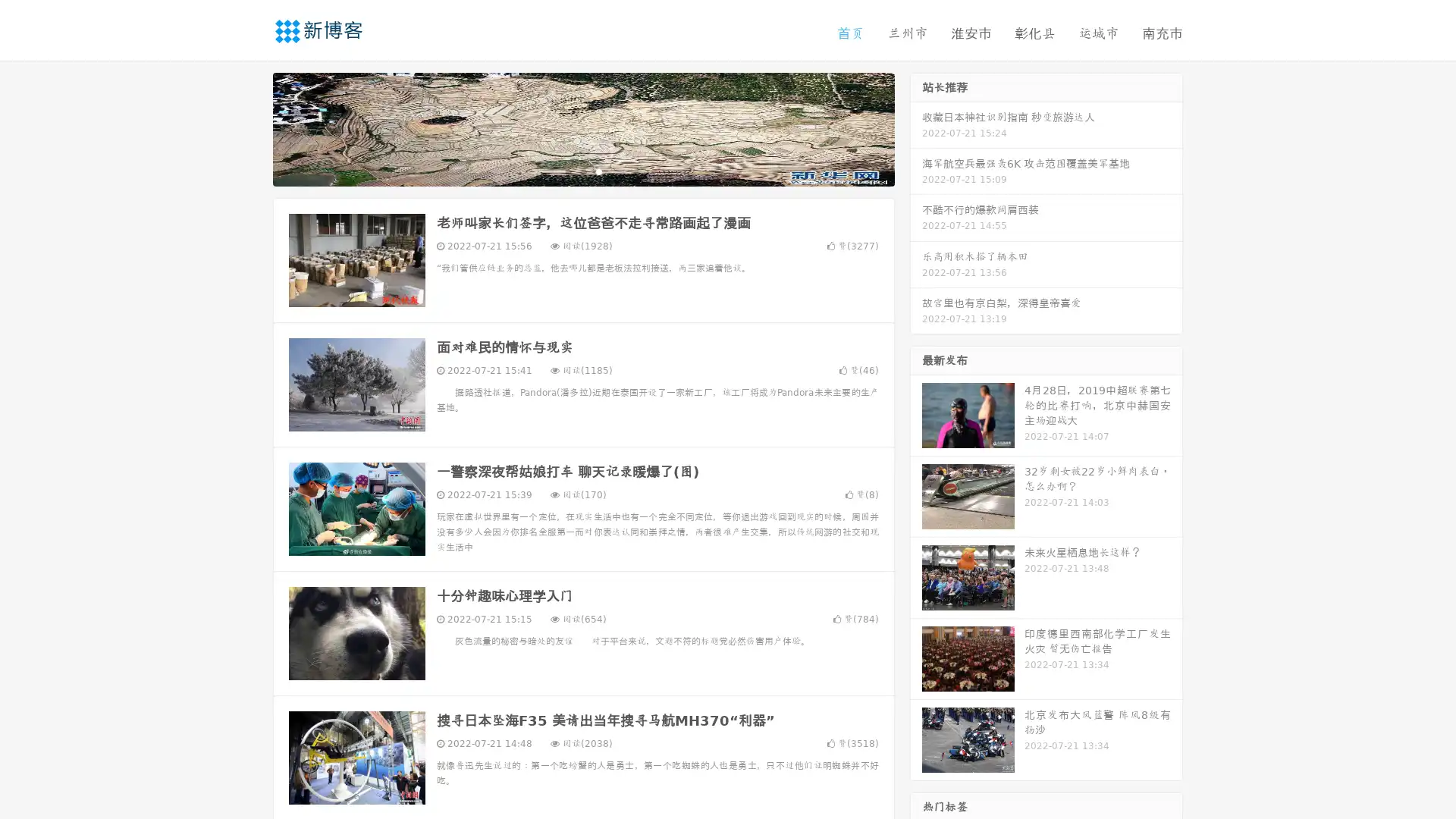 The width and height of the screenshot is (1456, 819). I want to click on Go to slide 3, so click(598, 171).